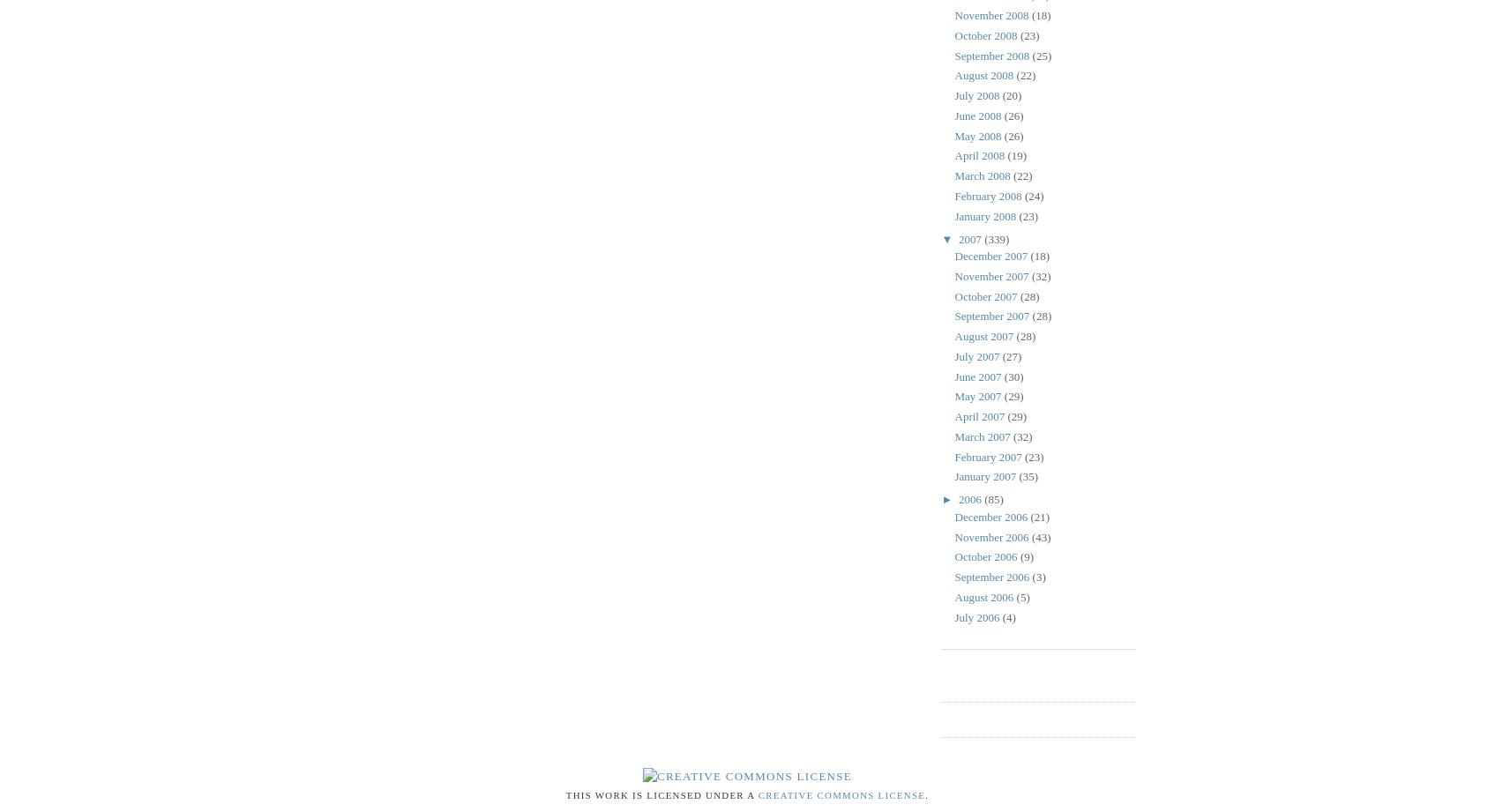 The height and width of the screenshot is (812, 1495). Describe the element at coordinates (986, 295) in the screenshot. I see `'October 2007'` at that location.